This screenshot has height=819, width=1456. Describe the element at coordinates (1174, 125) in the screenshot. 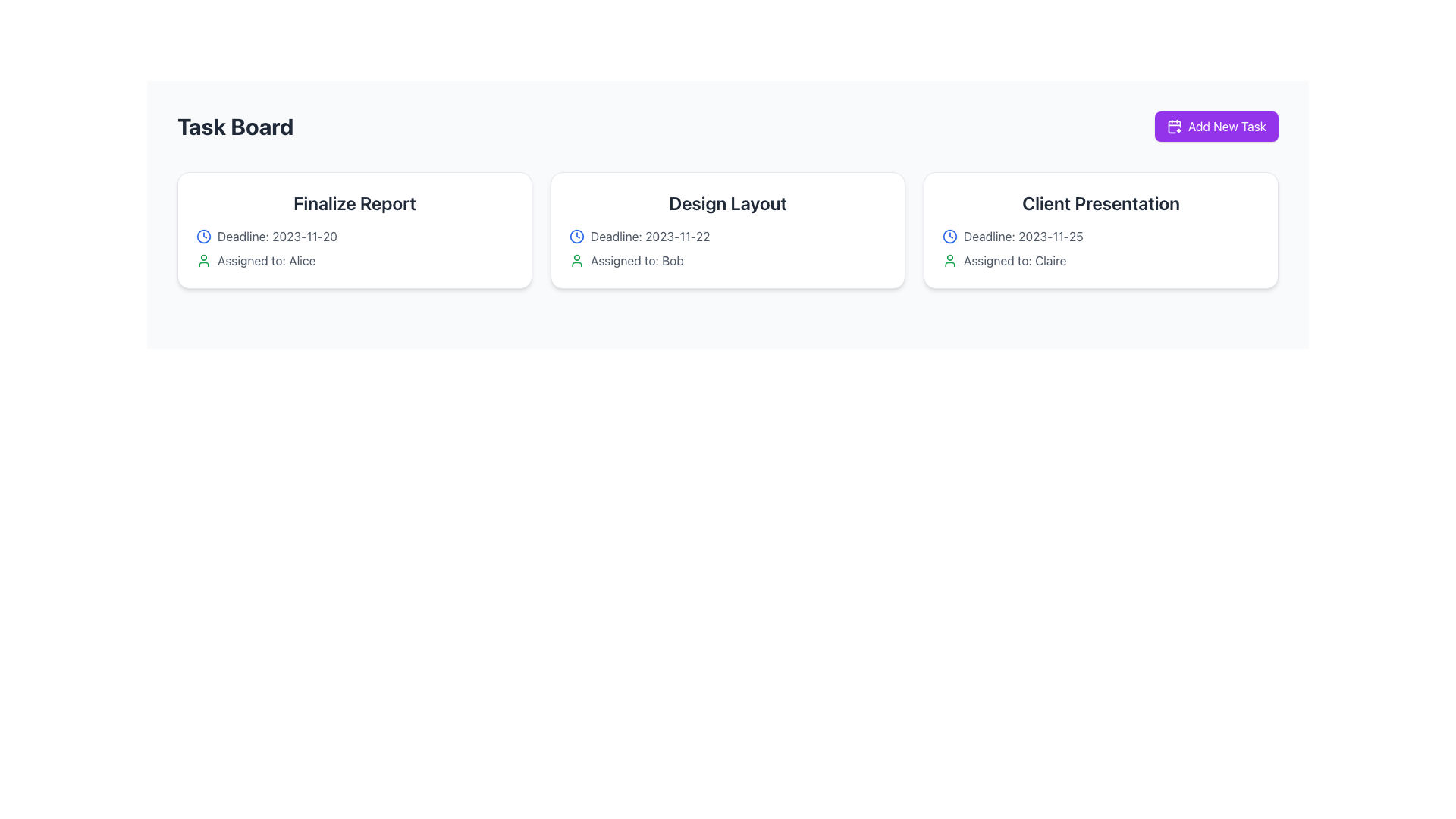

I see `the calendar icon with a plus sign located on the left side of the 'Add New Task' button, which is a rounded rectangular purple button in the top right corner of the interface` at that location.